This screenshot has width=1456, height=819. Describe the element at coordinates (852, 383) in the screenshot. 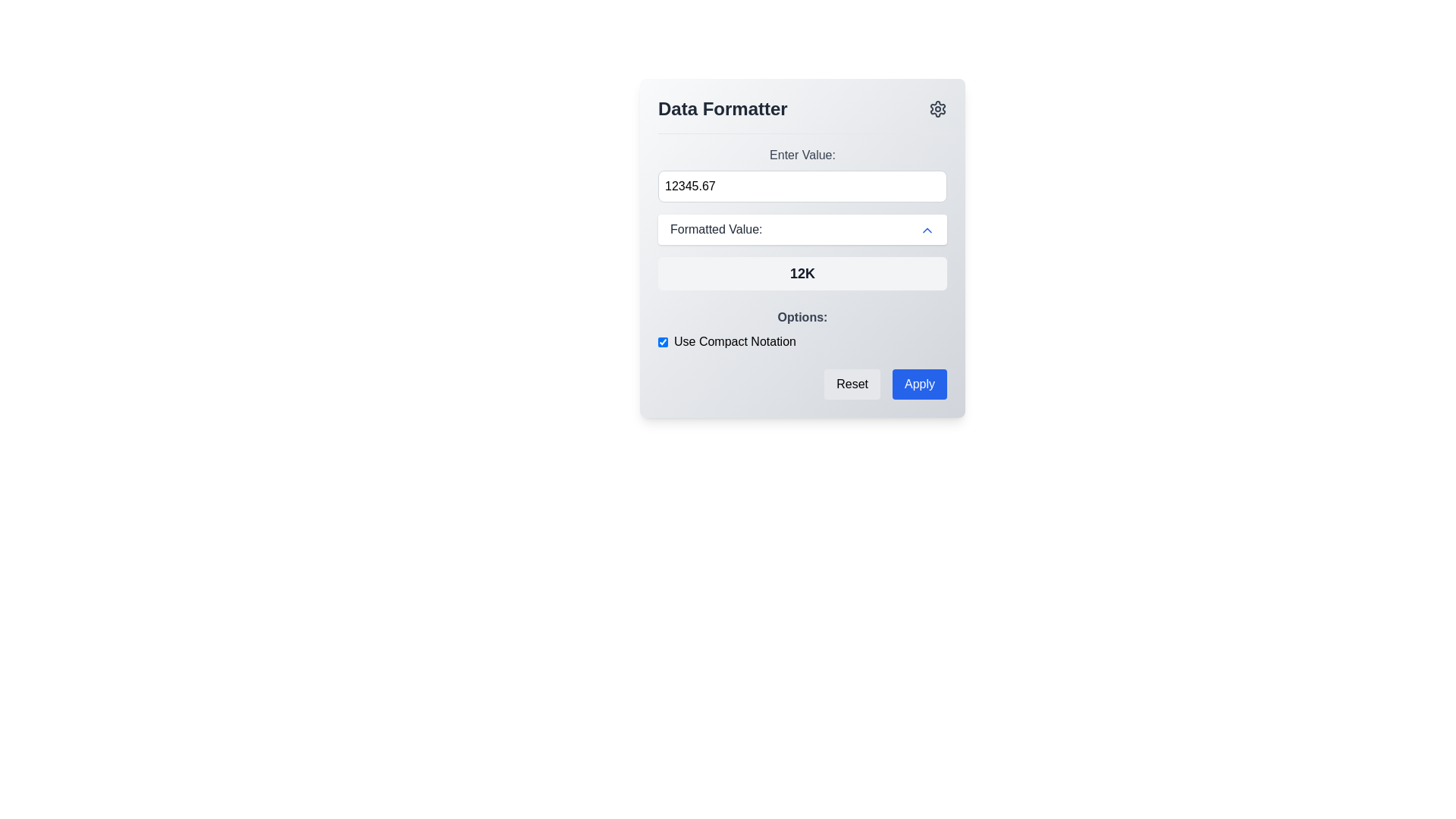

I see `the leftmost 'Reset' button located at the bottom-right of the card-like interface` at that location.